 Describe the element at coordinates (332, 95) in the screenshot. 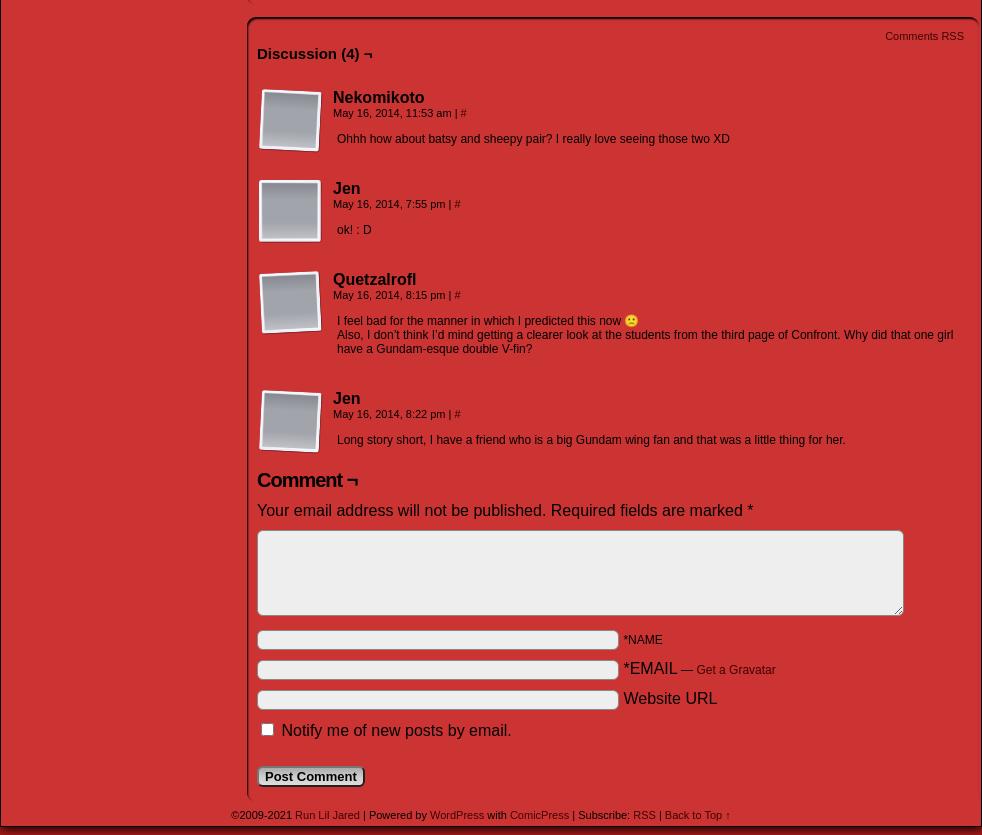

I see `'Nekomikoto'` at that location.